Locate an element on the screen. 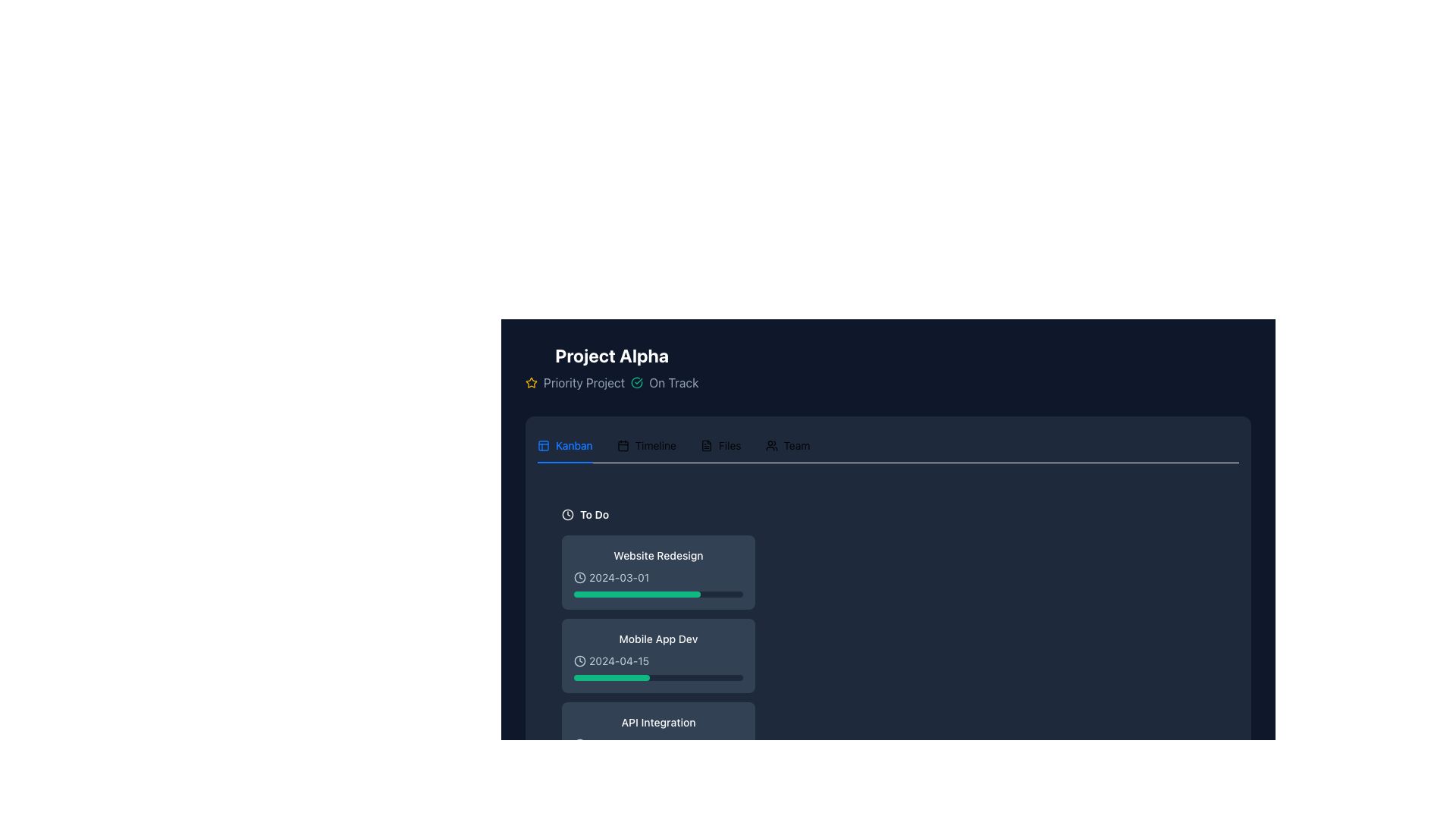  the 'Timeline' tab located in the horizontal navigation bar below the project title 'Project Alpha' is located at coordinates (673, 444).